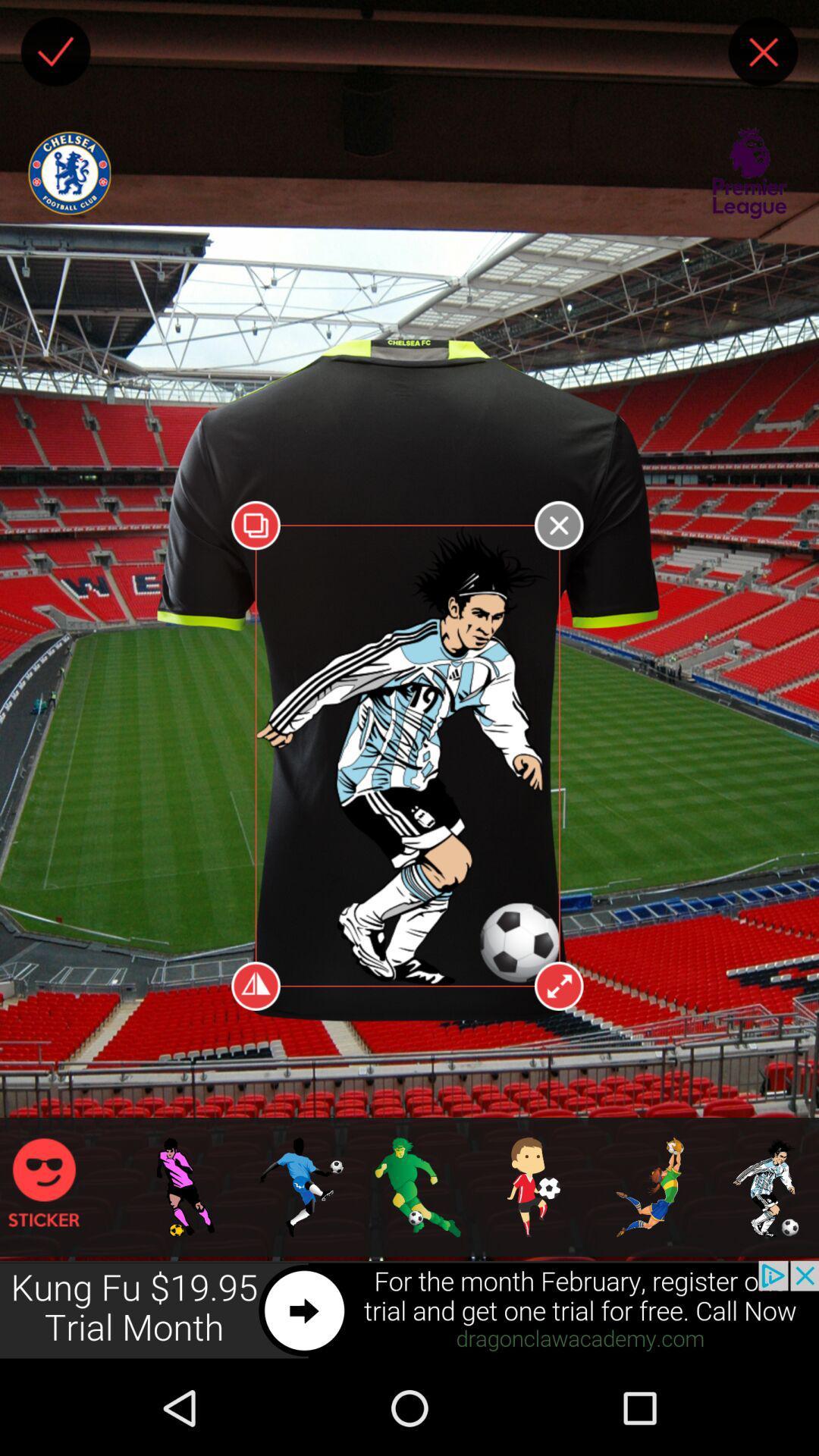  I want to click on the check icon, so click(55, 55).